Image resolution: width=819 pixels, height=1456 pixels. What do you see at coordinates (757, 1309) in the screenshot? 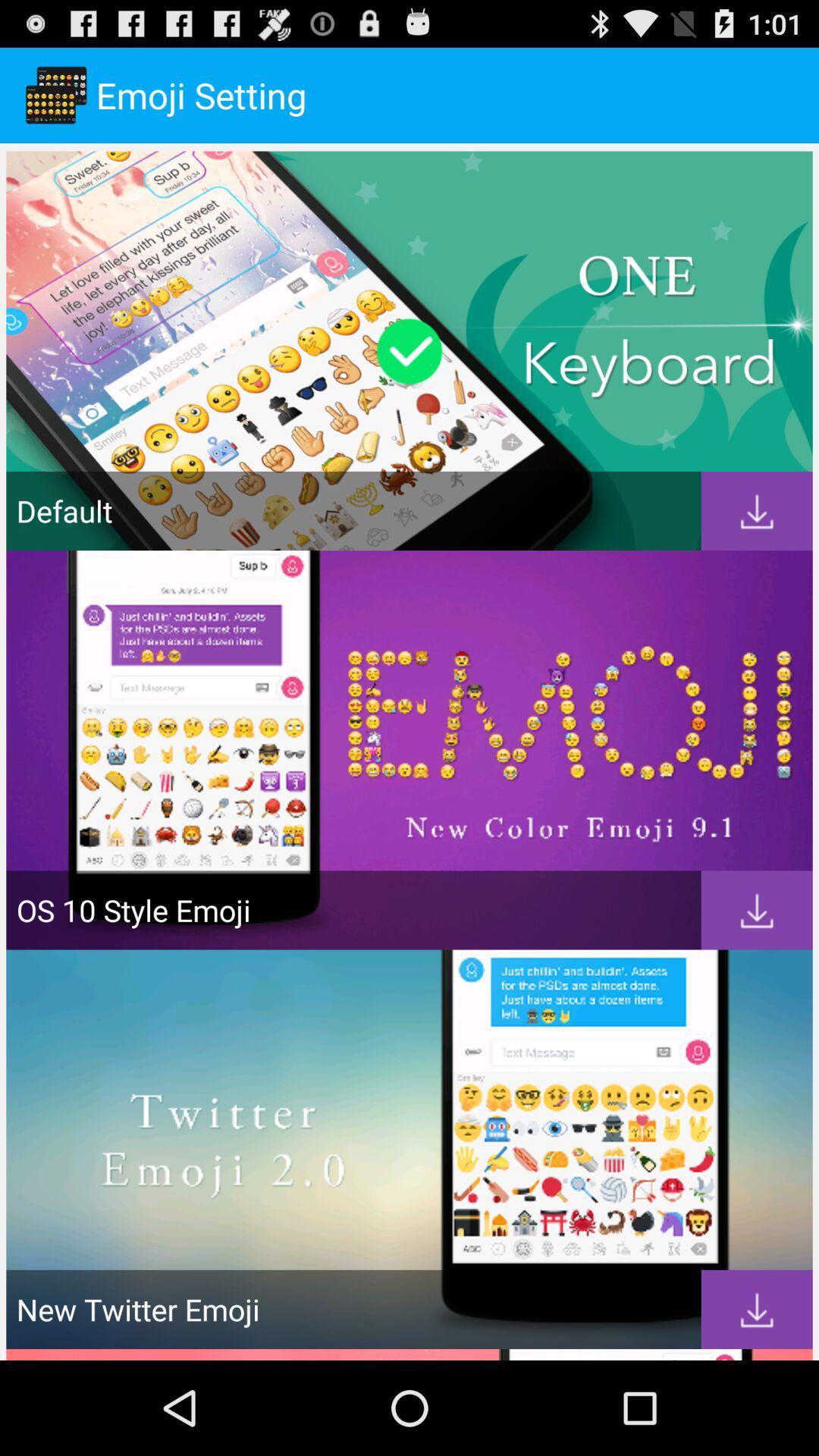
I see `download option` at bounding box center [757, 1309].